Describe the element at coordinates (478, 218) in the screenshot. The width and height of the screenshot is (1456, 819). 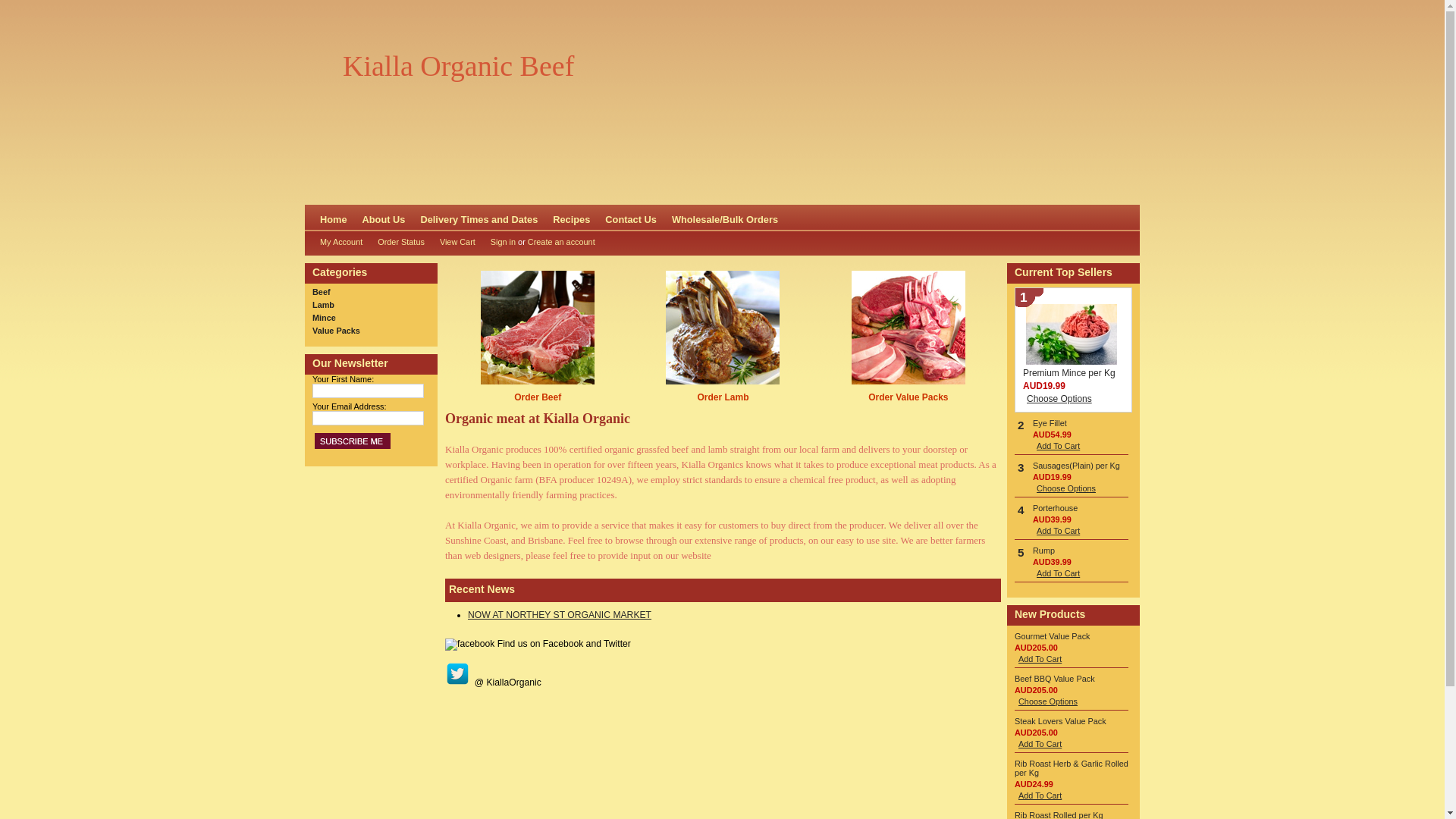
I see `'Delivery Times and Dates'` at that location.